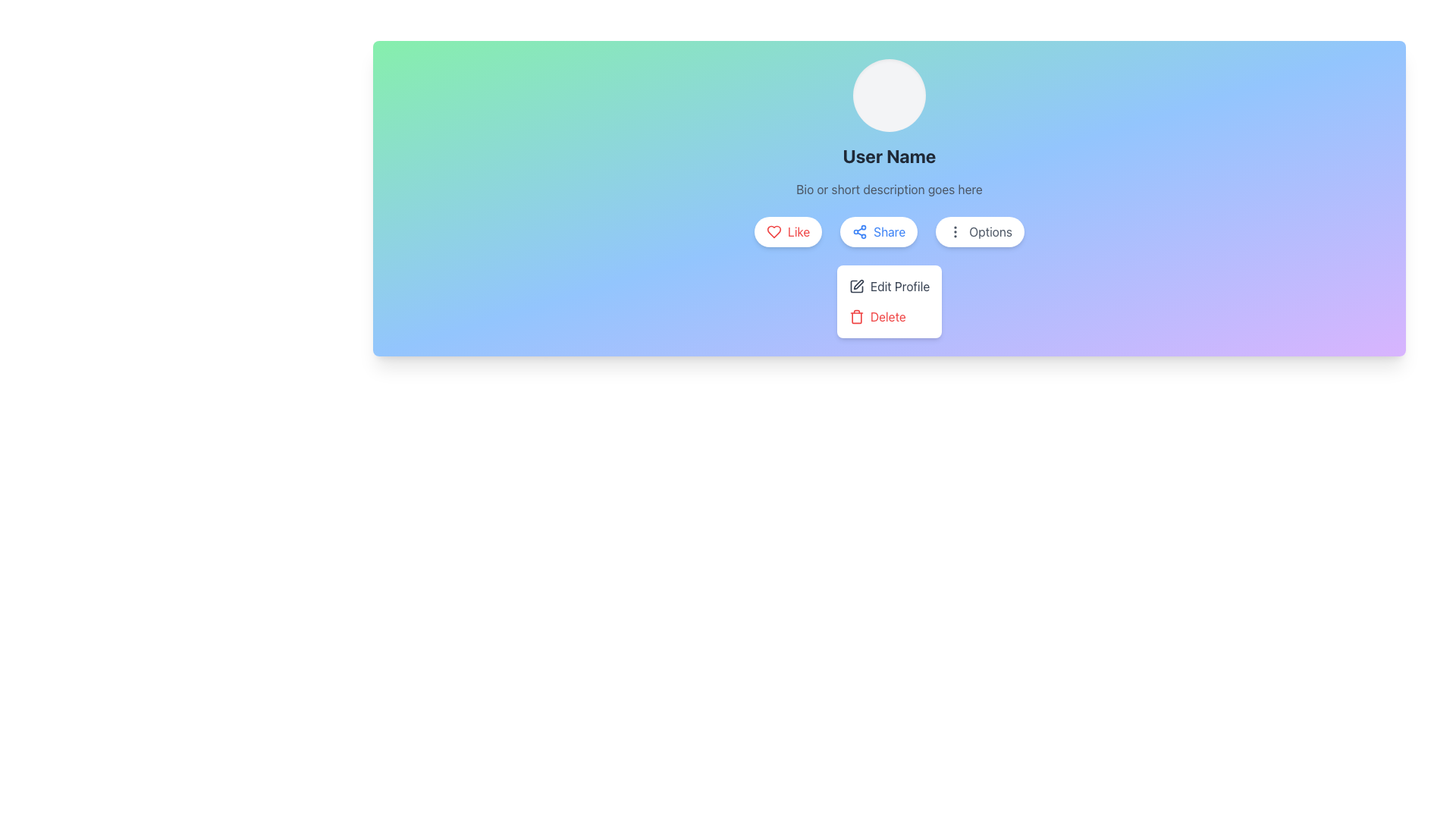 The image size is (1456, 819). What do you see at coordinates (889, 287) in the screenshot?
I see `the 'Edit Profile' button, which is styled in dark gray with a pencil icon to its left, located above the 'Delete' button in a white card layout` at bounding box center [889, 287].